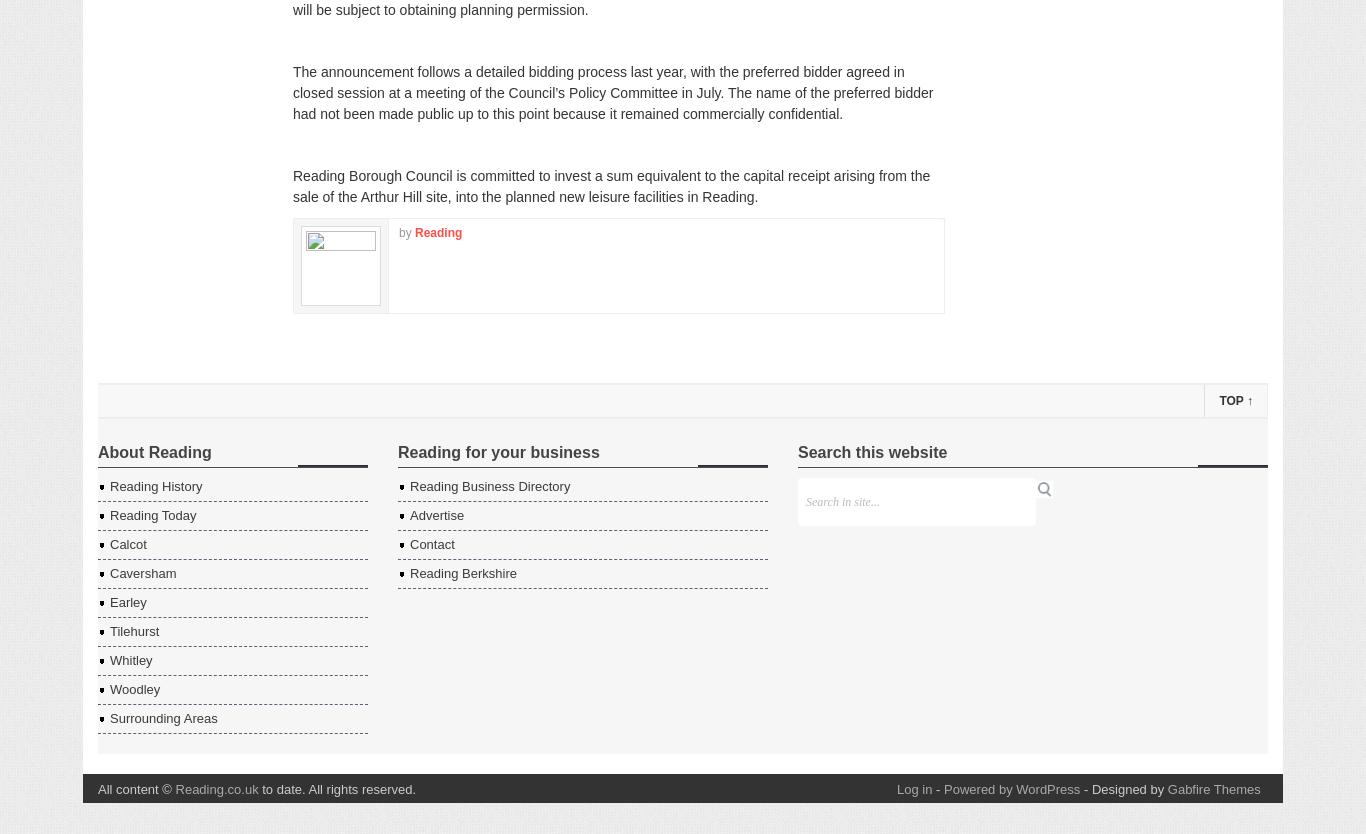 This screenshot has height=834, width=1366. I want to click on 'Tilehurst', so click(133, 630).